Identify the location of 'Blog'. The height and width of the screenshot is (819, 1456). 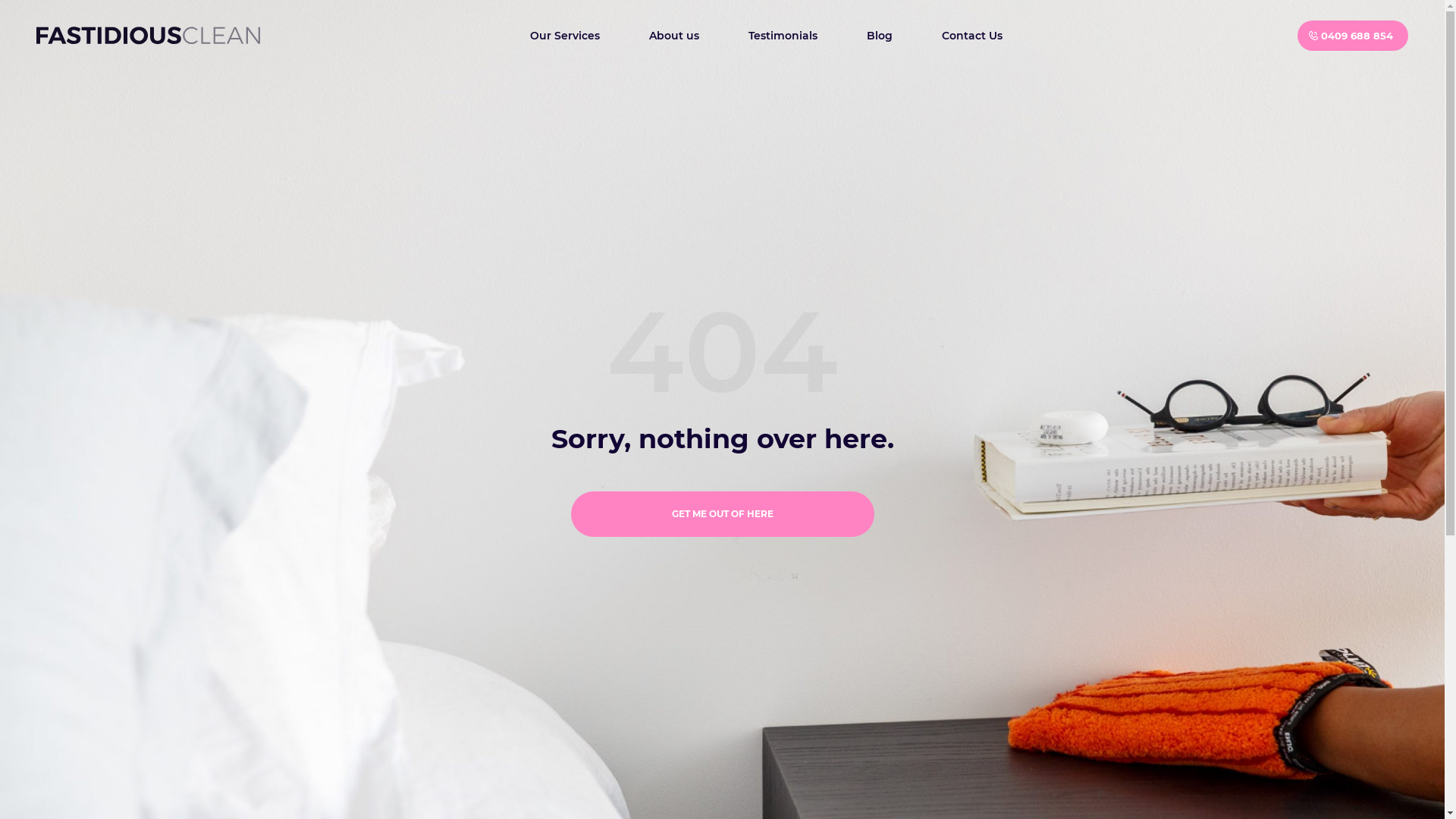
(855, 34).